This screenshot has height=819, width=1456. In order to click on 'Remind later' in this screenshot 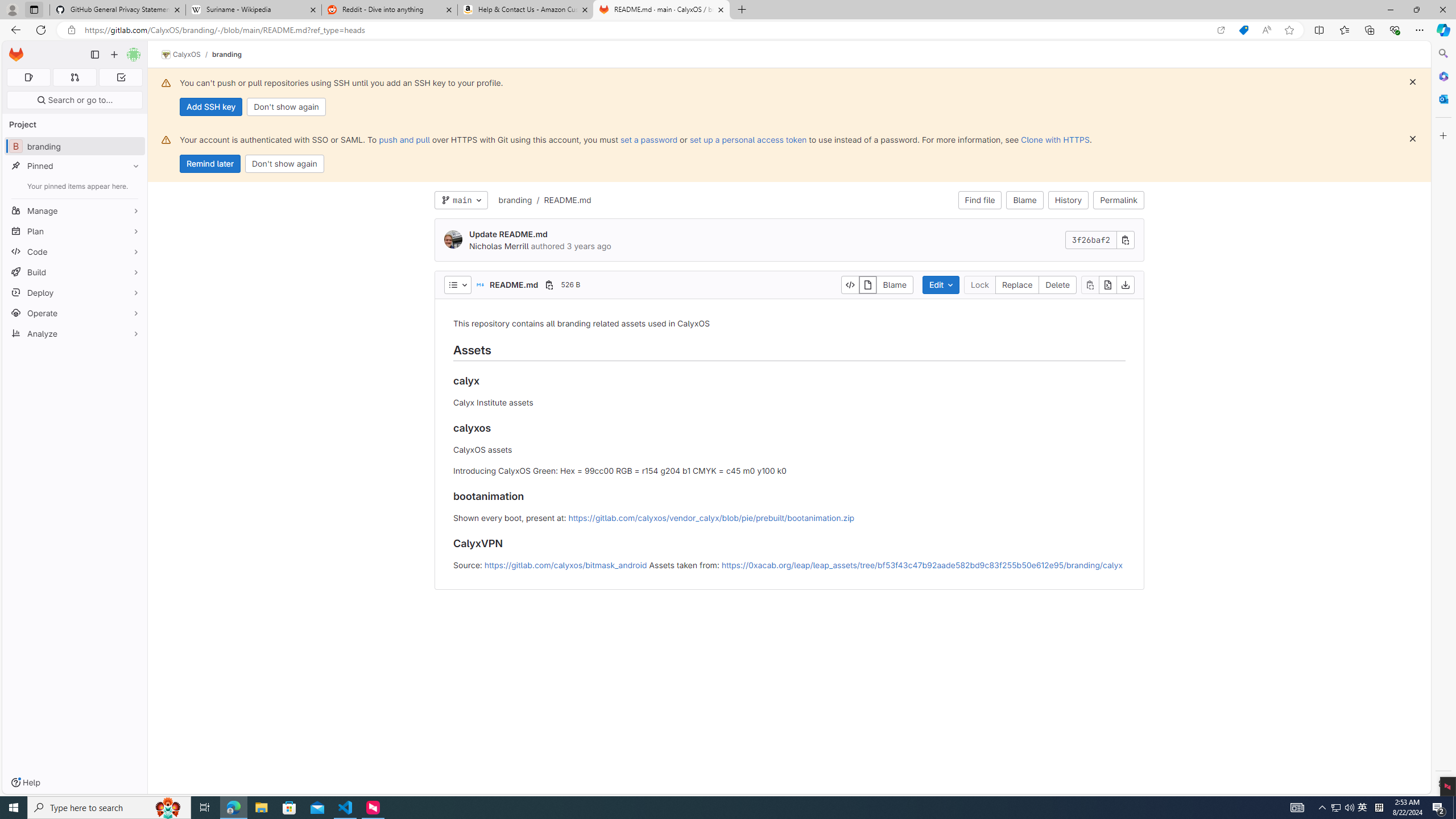, I will do `click(209, 163)`.